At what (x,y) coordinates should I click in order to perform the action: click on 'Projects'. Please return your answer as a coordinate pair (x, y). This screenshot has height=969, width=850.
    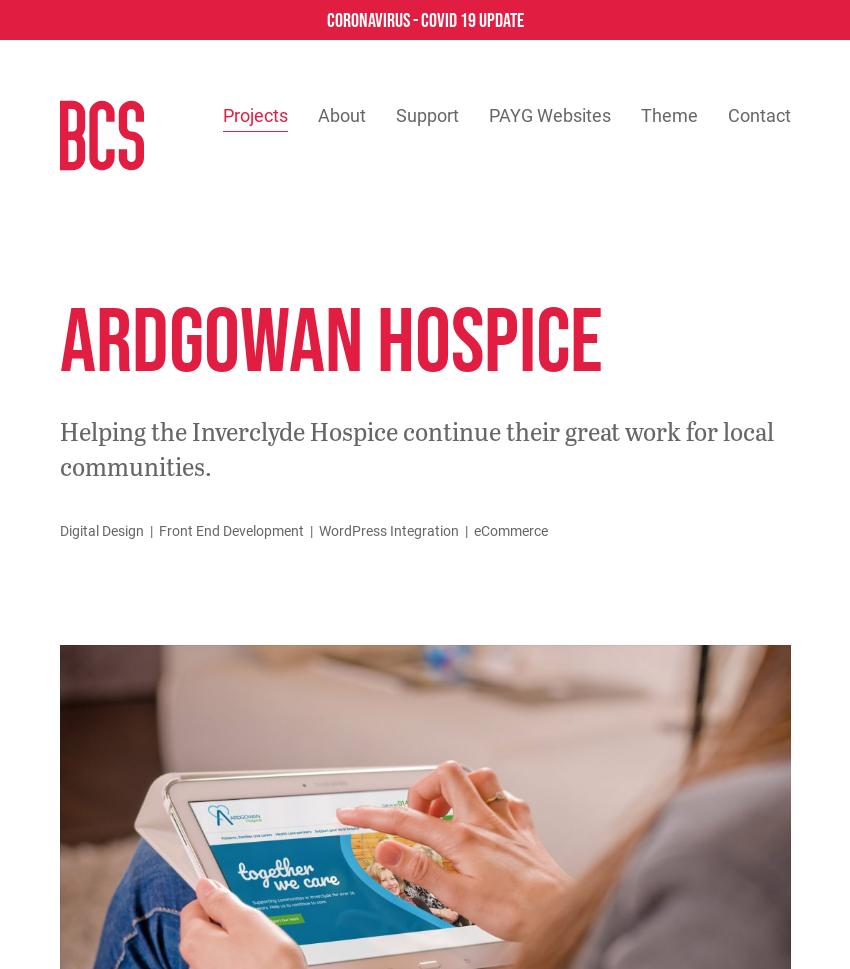
    Looking at the image, I should click on (254, 115).